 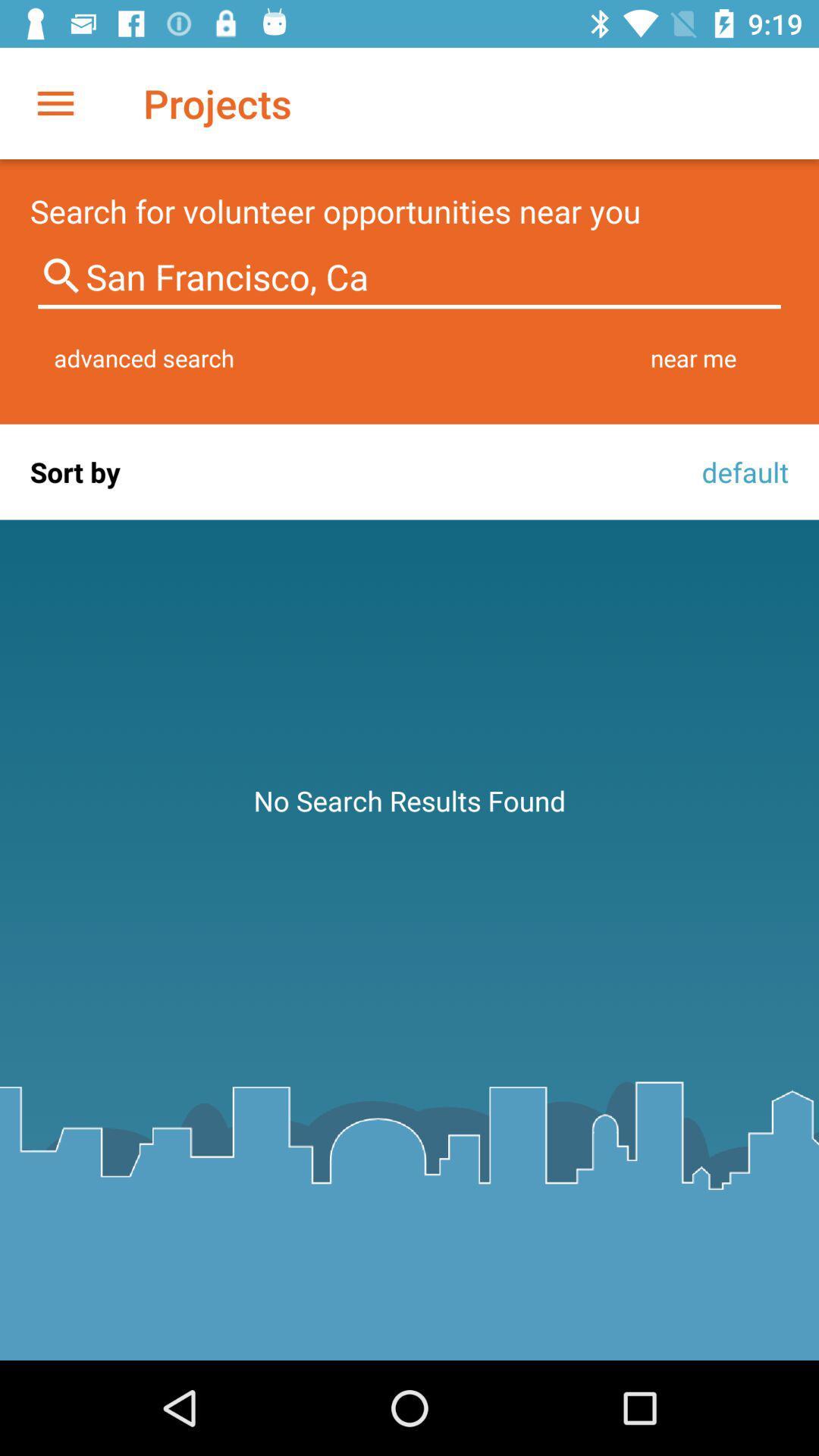 What do you see at coordinates (409, 277) in the screenshot?
I see `the icon below search for volunteer icon` at bounding box center [409, 277].